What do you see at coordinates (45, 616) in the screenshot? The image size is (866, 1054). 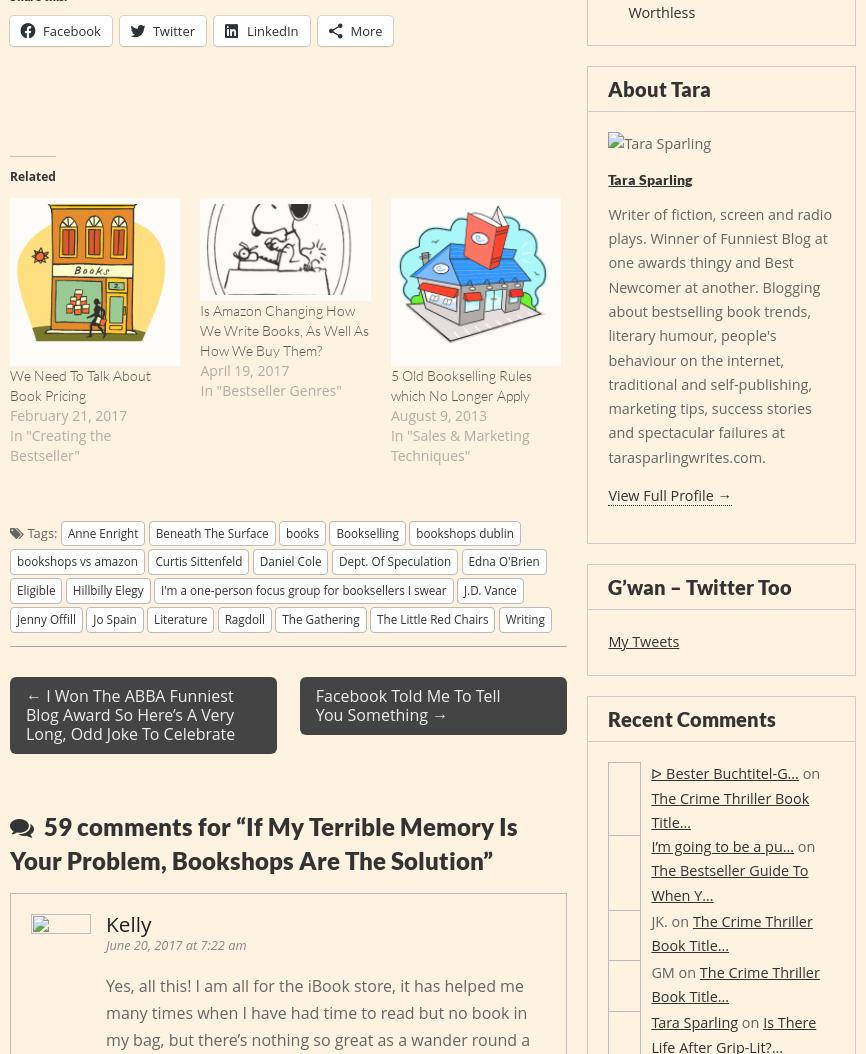 I see `'Jenny Offill'` at bounding box center [45, 616].